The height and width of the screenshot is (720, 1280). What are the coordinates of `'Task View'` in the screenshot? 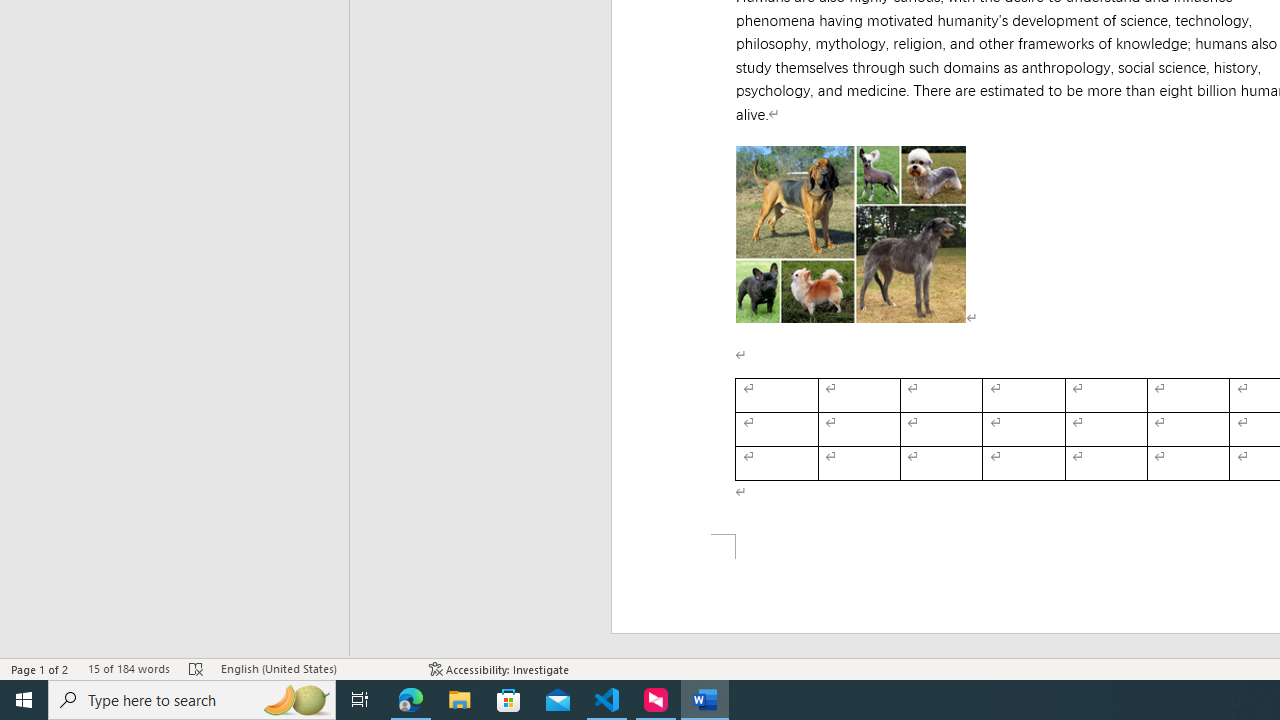 It's located at (359, 698).